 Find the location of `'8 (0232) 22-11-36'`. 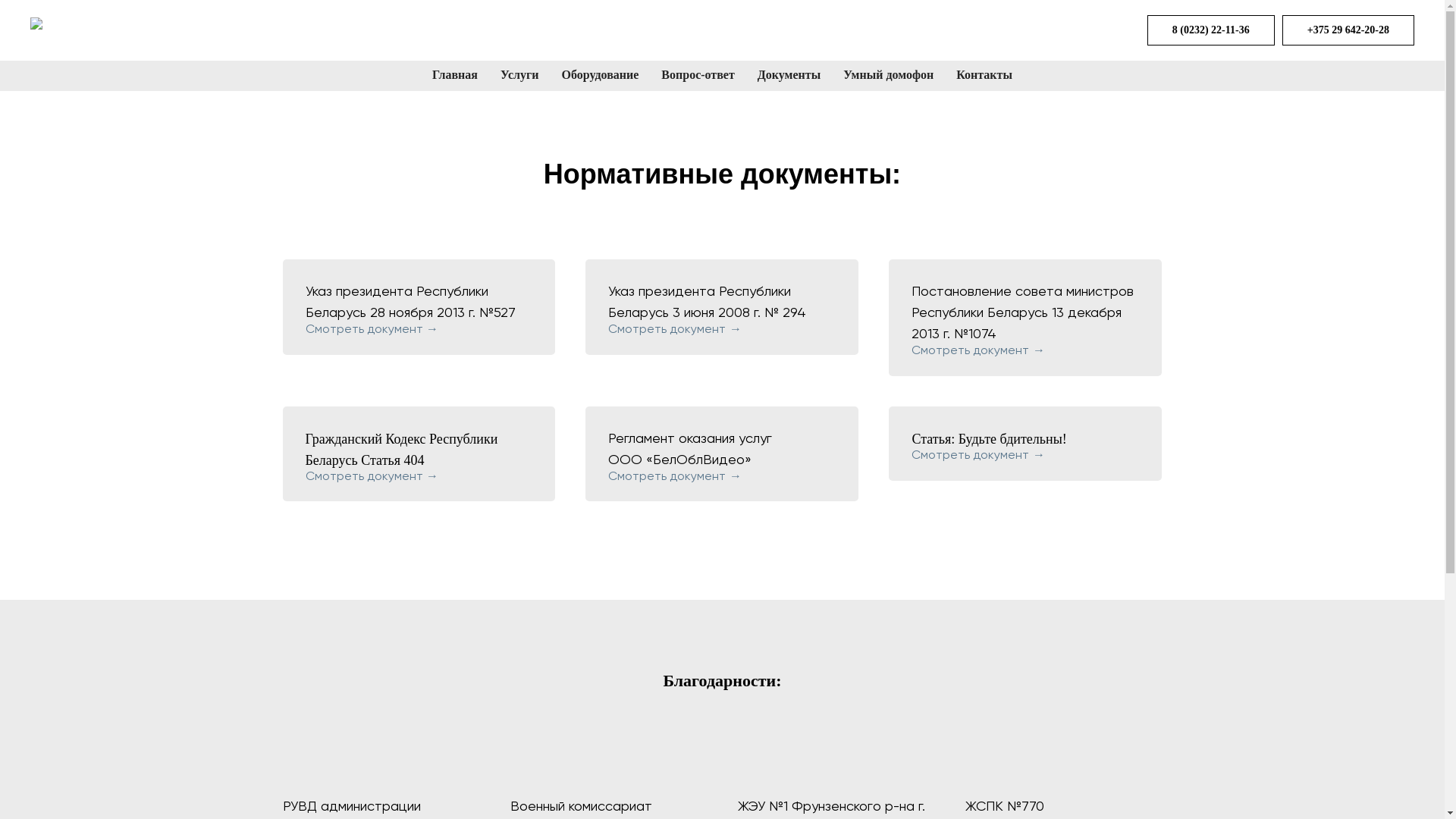

'8 (0232) 22-11-36' is located at coordinates (1147, 30).